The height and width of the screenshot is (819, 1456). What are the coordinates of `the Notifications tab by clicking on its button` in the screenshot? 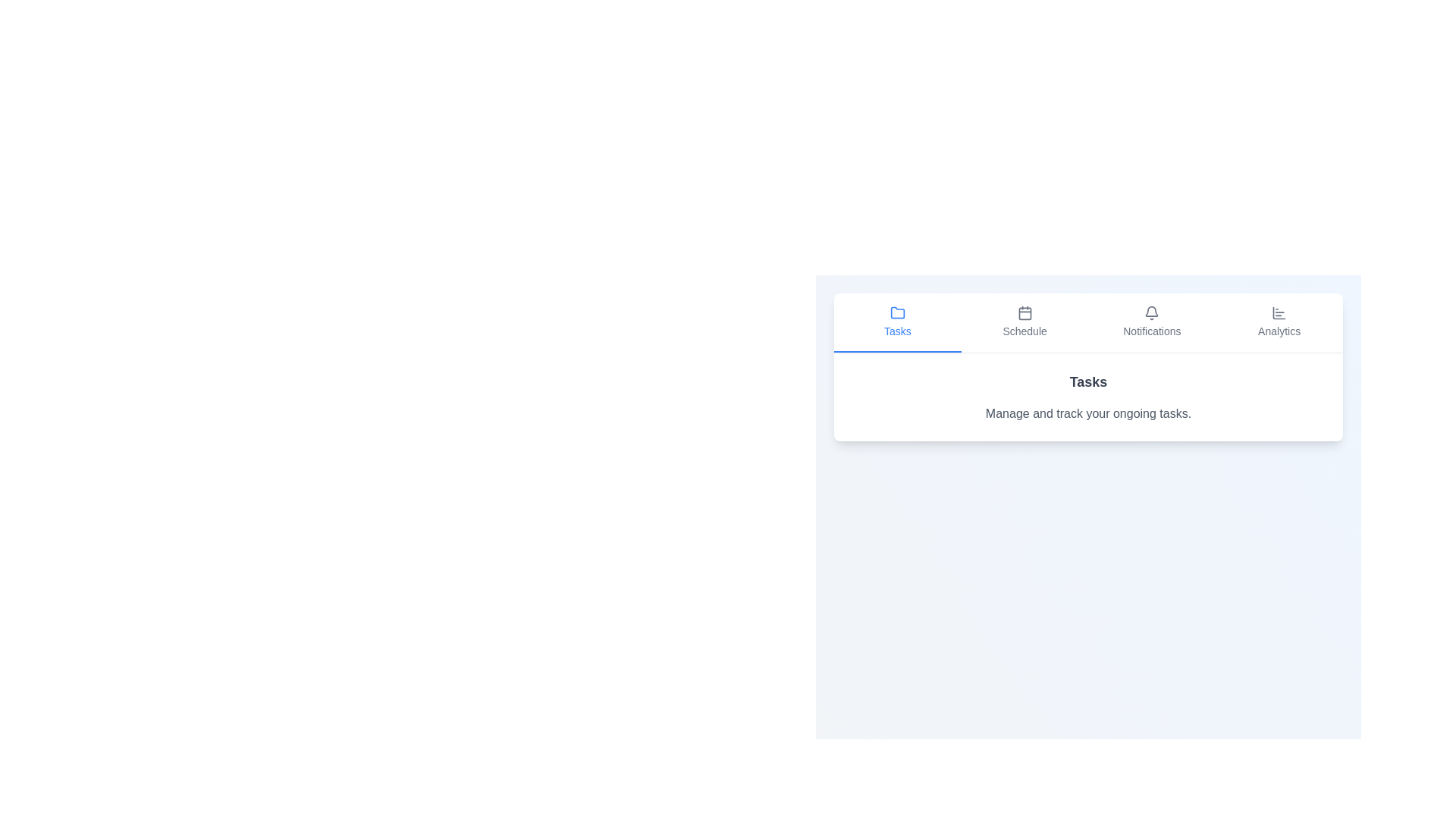 It's located at (1152, 322).